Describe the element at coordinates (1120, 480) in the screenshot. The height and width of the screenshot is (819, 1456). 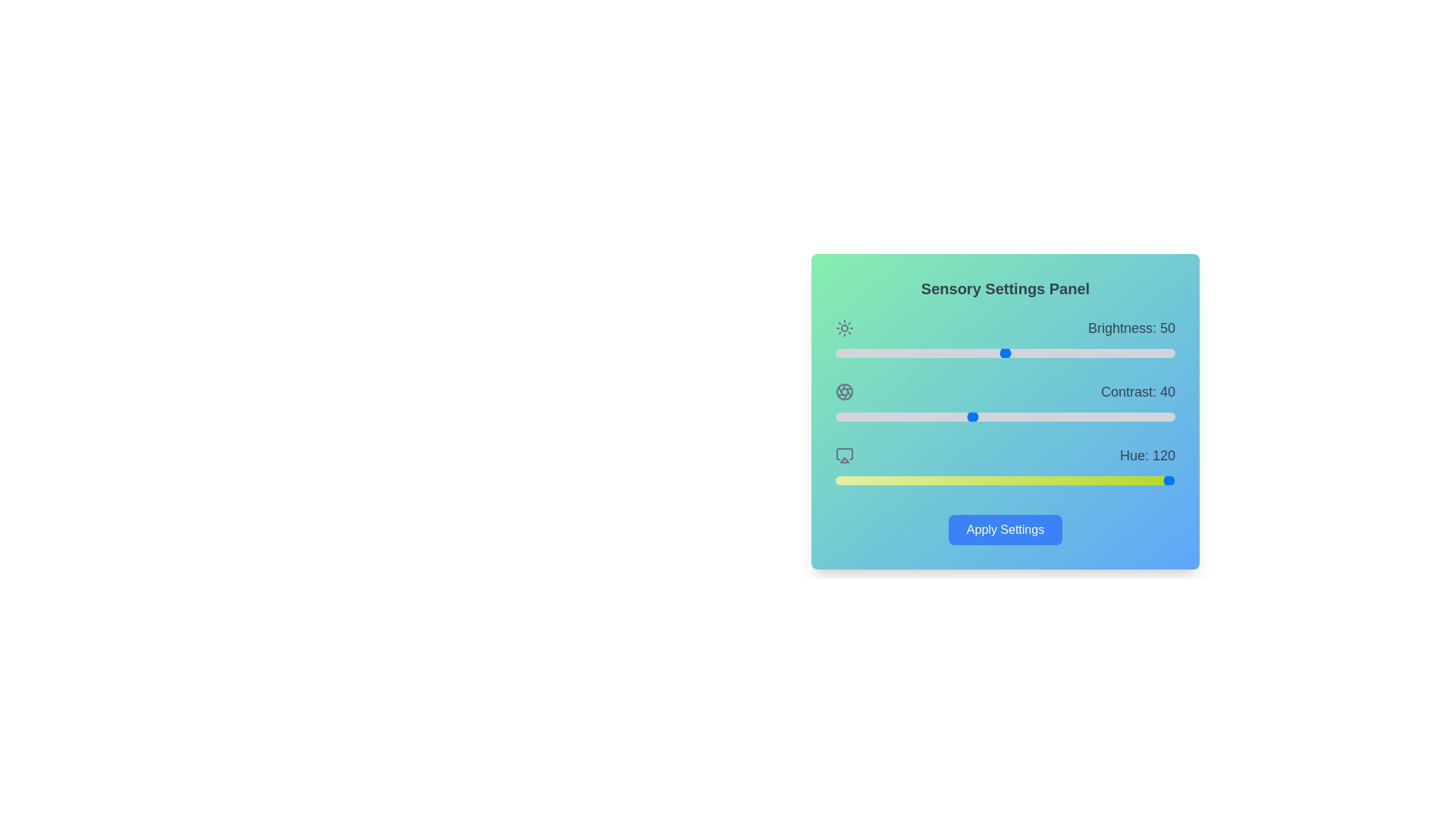
I see `the hue slider to 302` at that location.